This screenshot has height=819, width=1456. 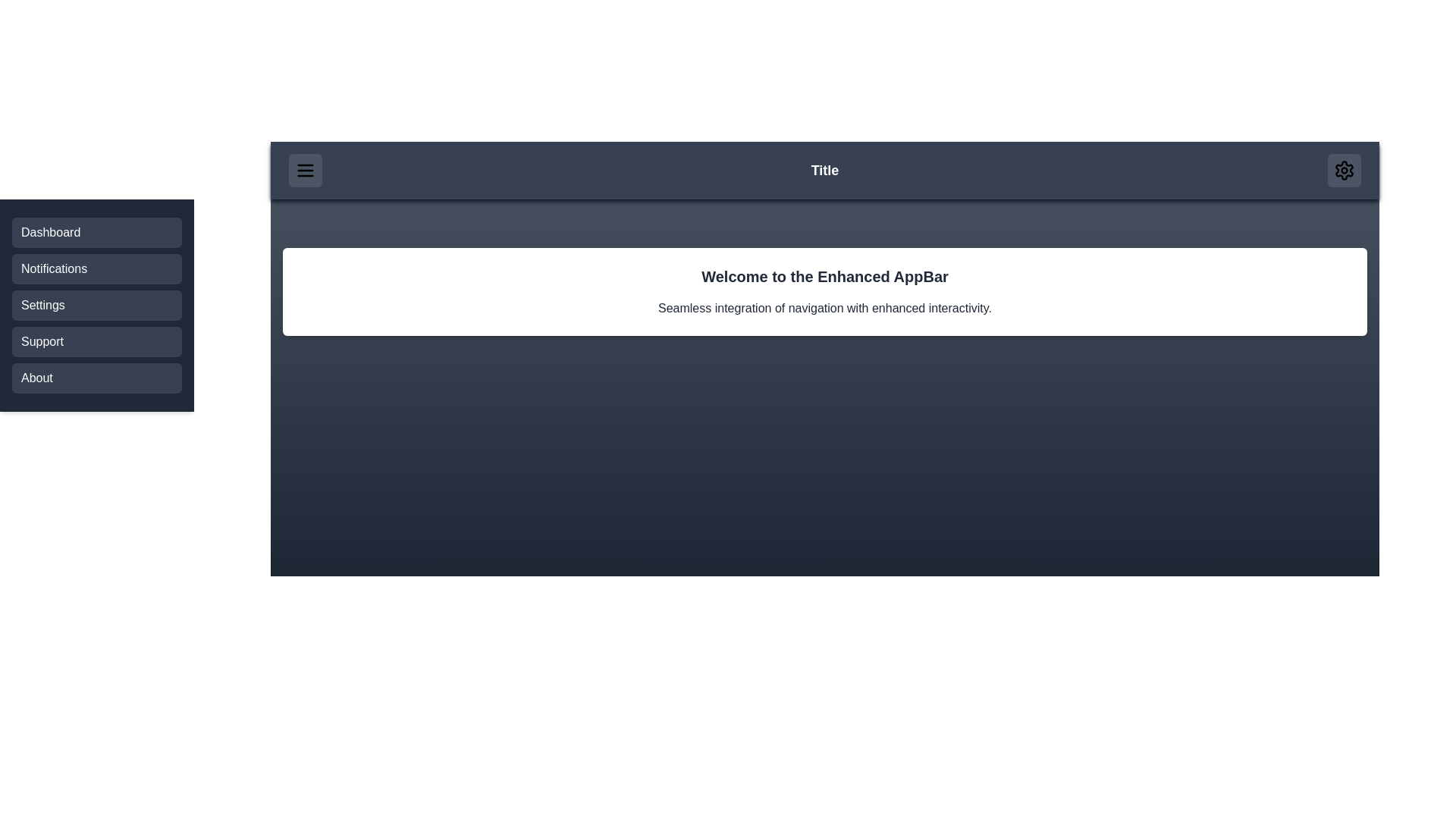 What do you see at coordinates (96, 305) in the screenshot?
I see `the Settings menu item` at bounding box center [96, 305].